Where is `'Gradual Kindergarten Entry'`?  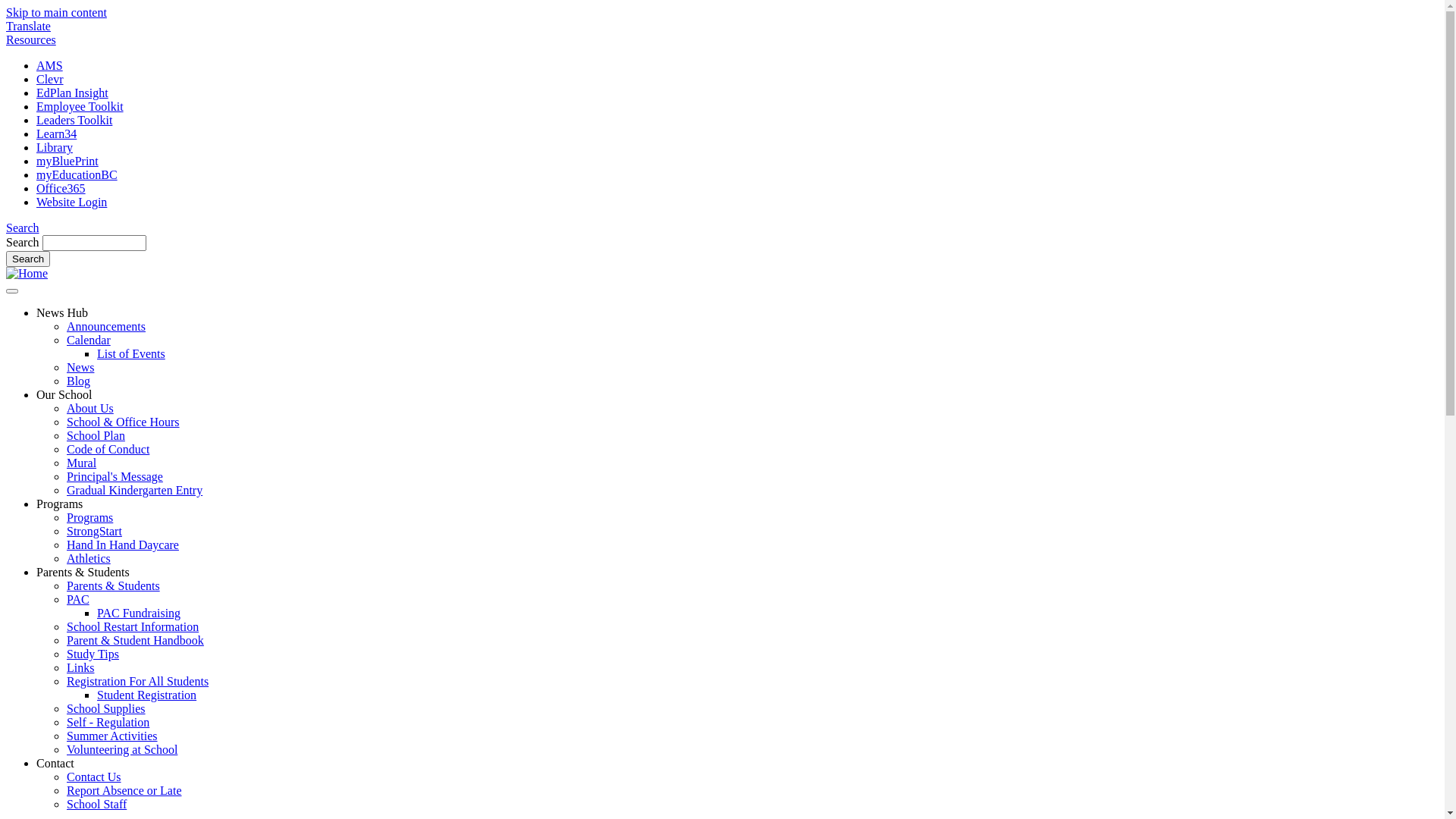 'Gradual Kindergarten Entry' is located at coordinates (134, 490).